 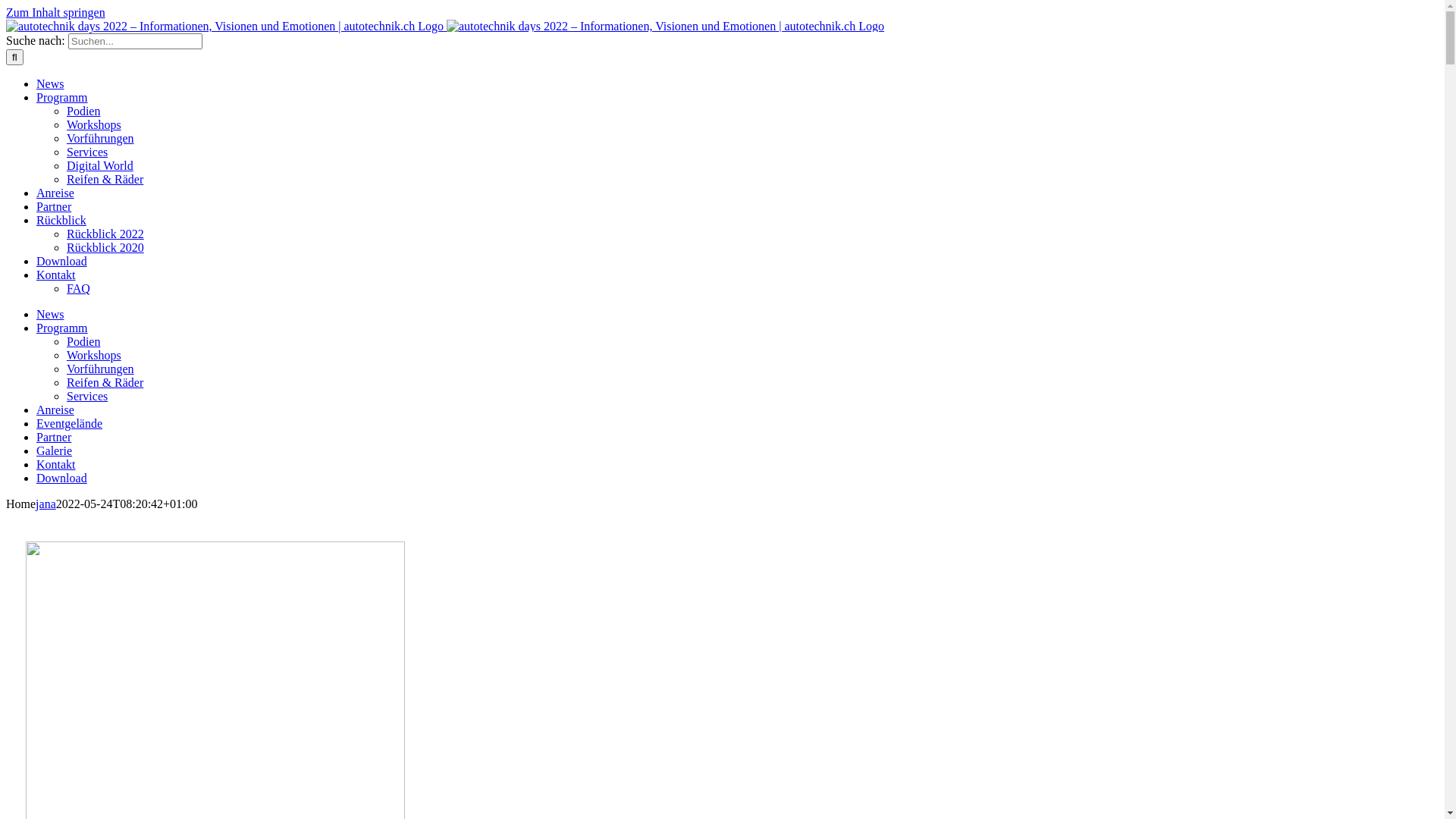 I want to click on 'Services', so click(x=86, y=395).